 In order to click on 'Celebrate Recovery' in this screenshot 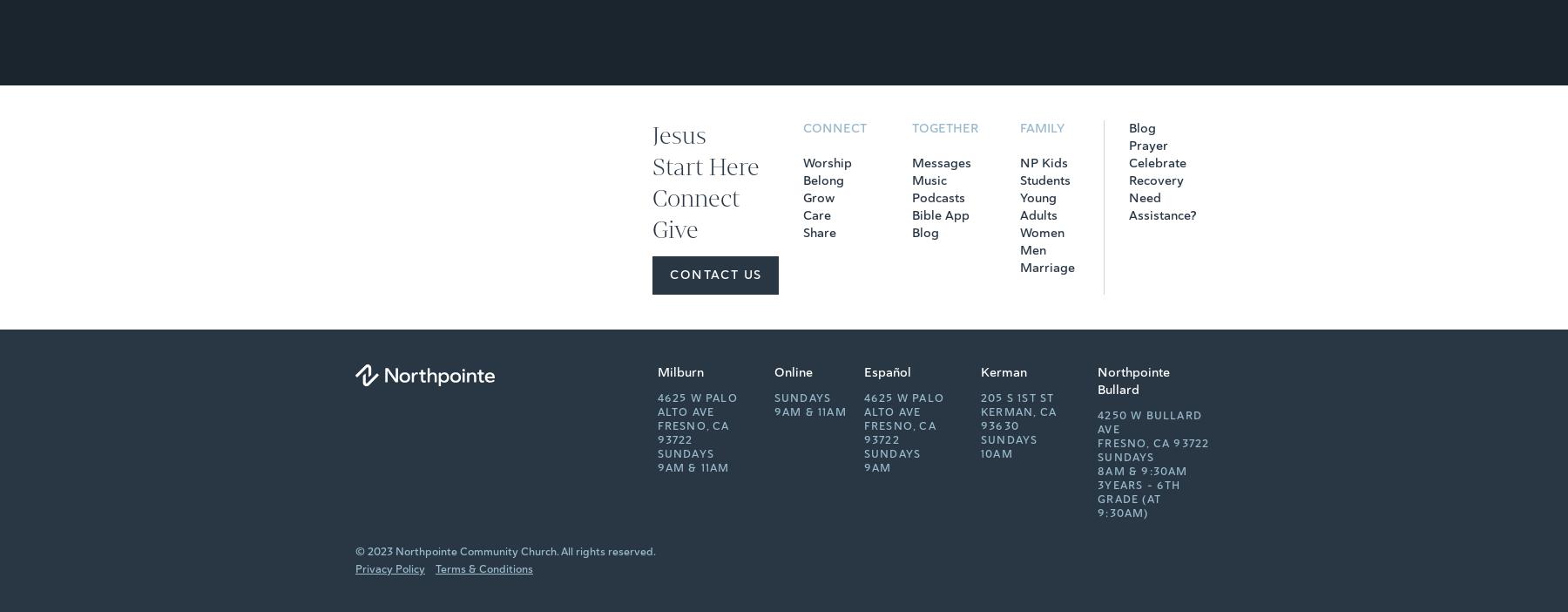, I will do `click(1157, 172)`.